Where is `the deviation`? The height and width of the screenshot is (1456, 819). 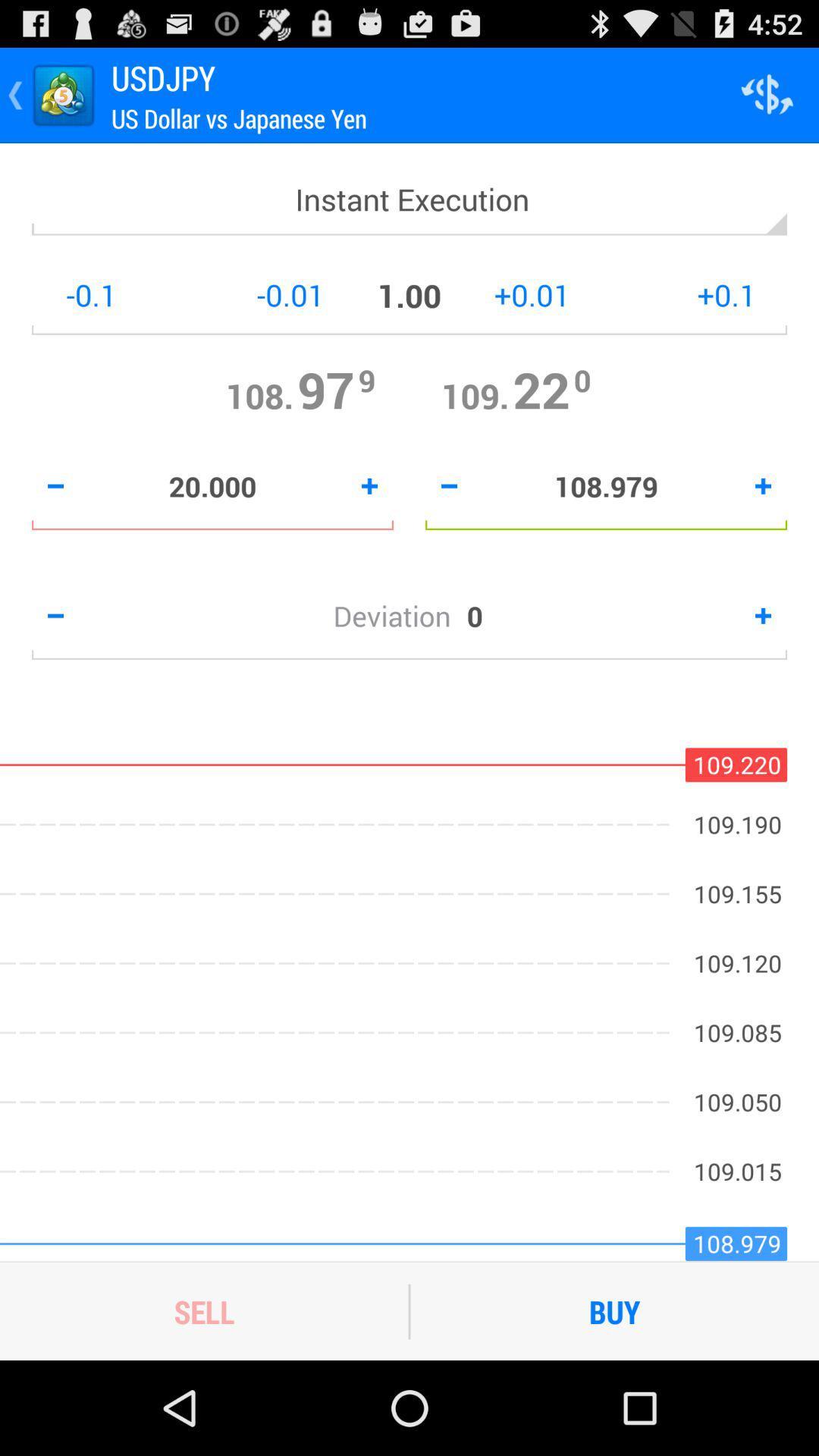
the deviation is located at coordinates (399, 616).